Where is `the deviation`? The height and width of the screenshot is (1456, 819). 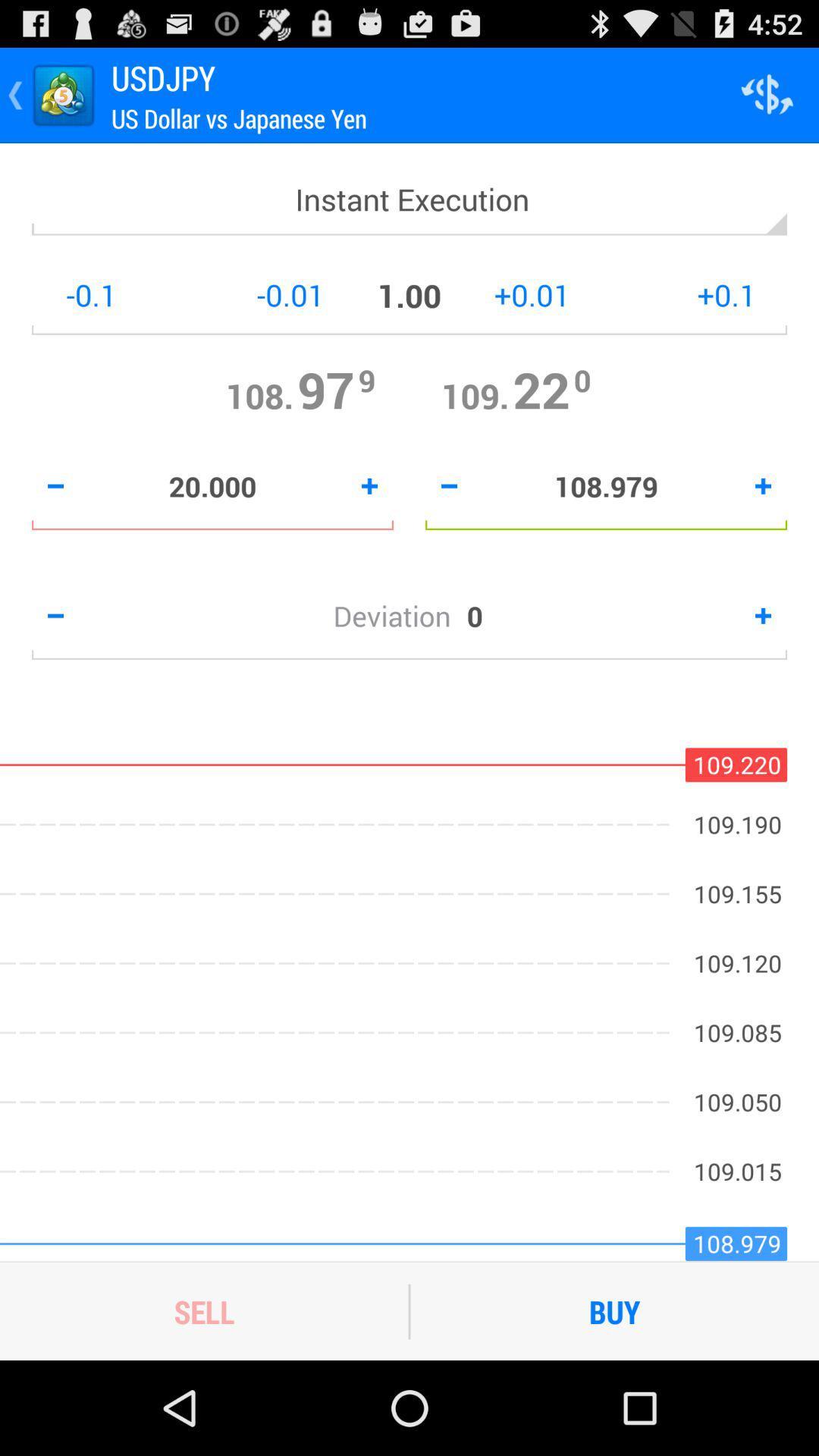
the deviation is located at coordinates (399, 616).